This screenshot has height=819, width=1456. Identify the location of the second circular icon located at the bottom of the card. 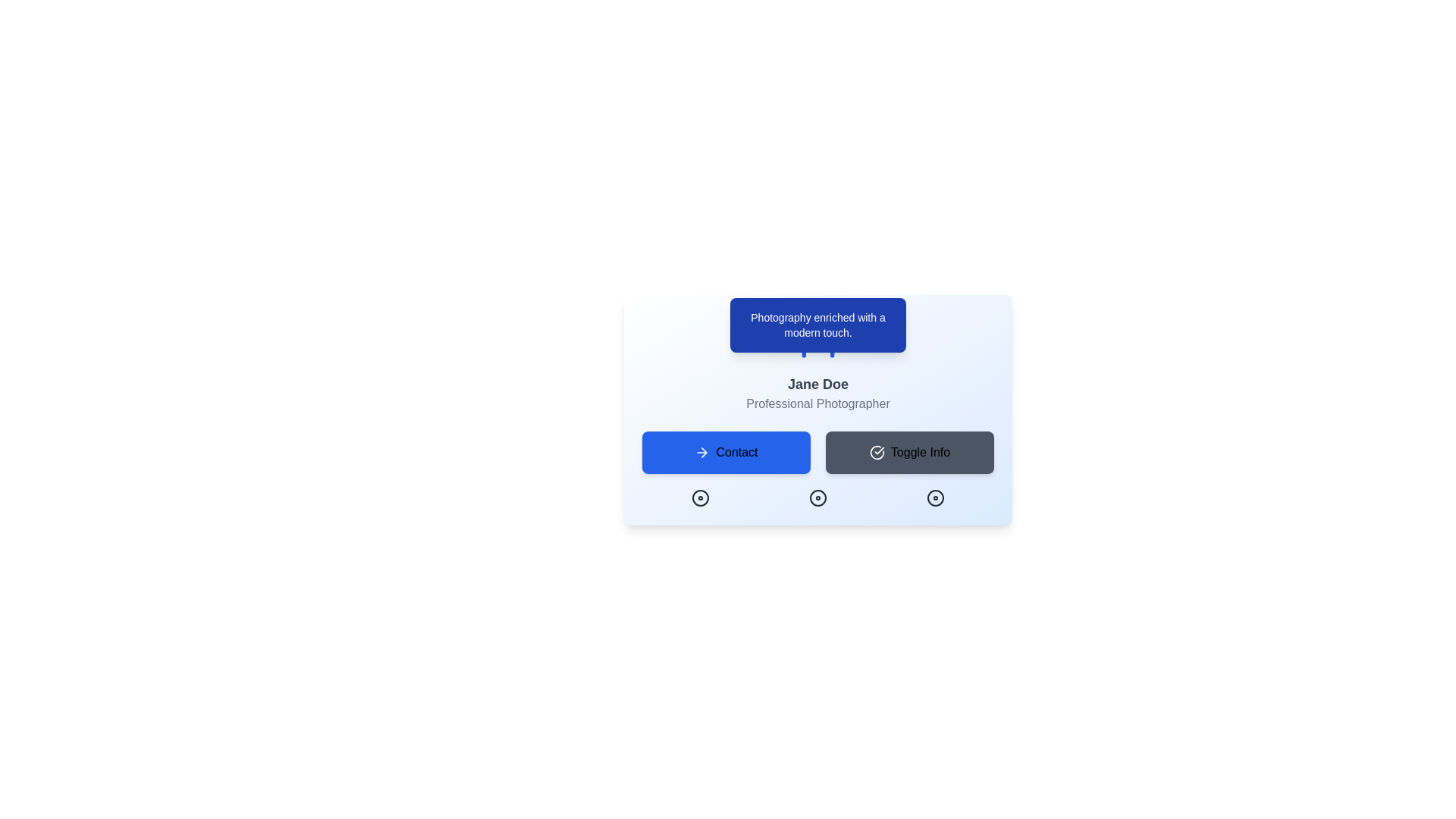
(817, 497).